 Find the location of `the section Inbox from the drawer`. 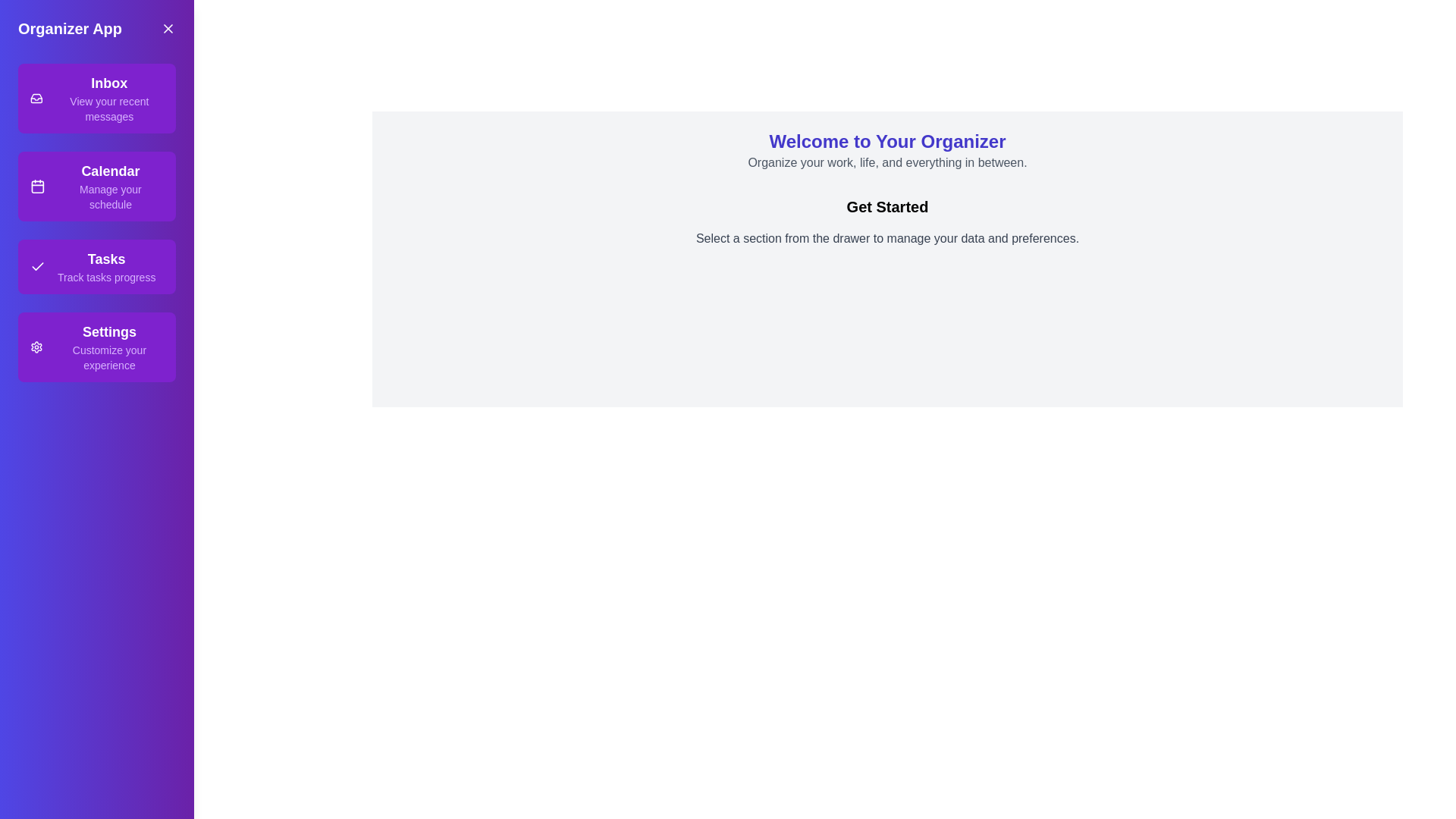

the section Inbox from the drawer is located at coordinates (96, 99).